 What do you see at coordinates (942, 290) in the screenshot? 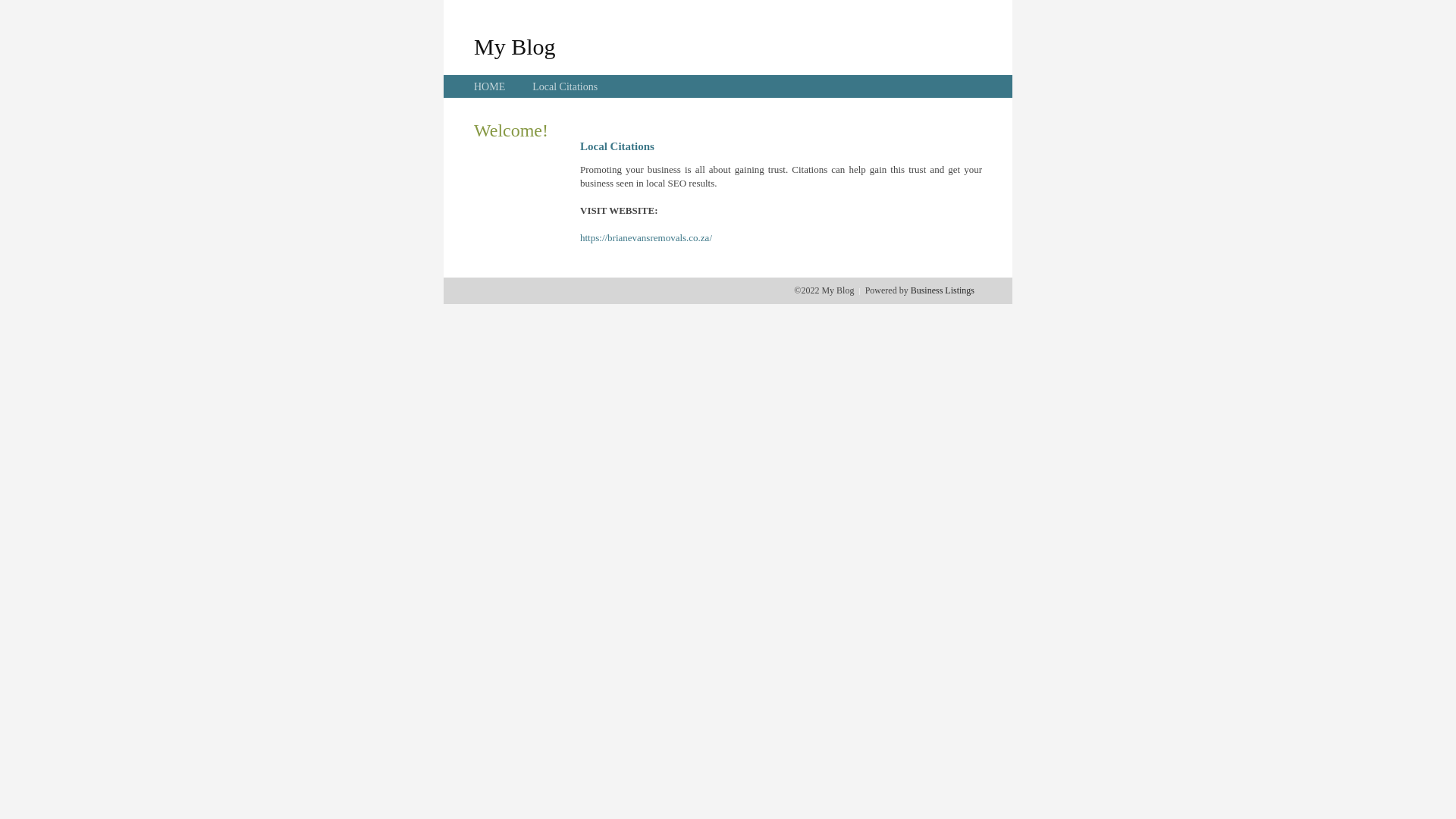
I see `'Business Listings'` at bounding box center [942, 290].